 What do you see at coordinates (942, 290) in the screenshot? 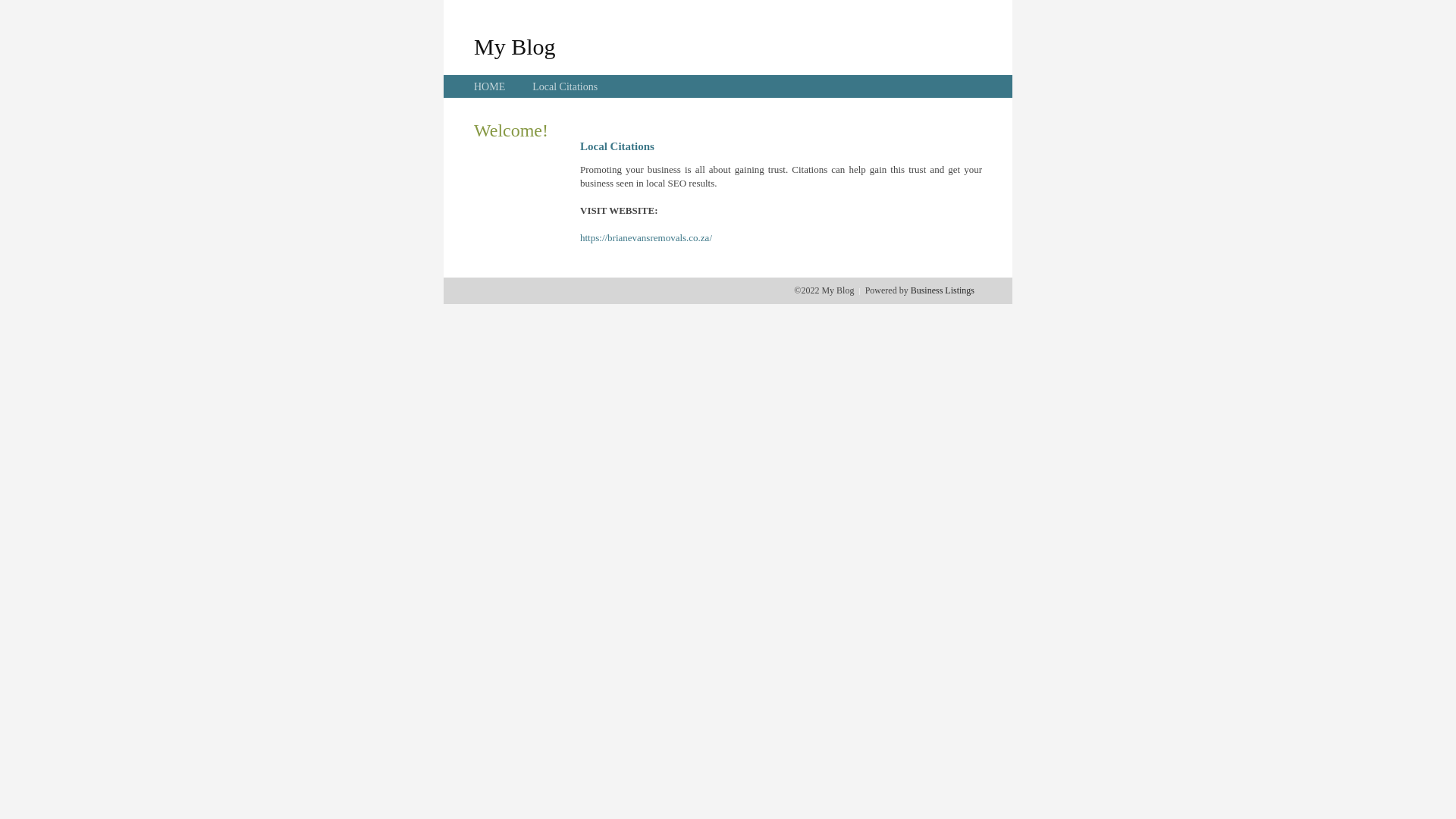
I see `'Business Listings'` at bounding box center [942, 290].